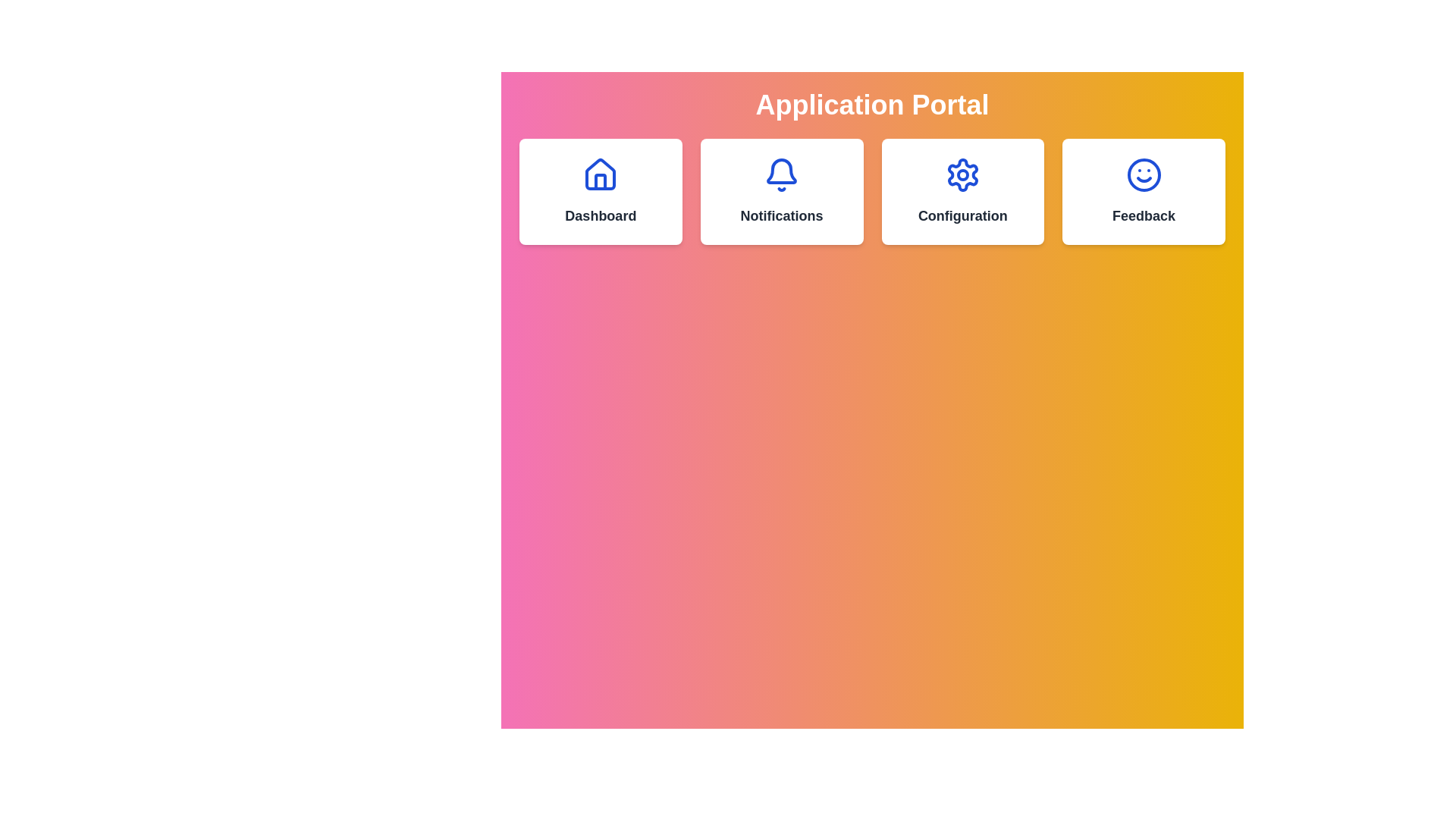  Describe the element at coordinates (962, 216) in the screenshot. I see `the 'Configuration' text label which is bold and large, styled in black, positioned below a gear icon in the third square card of a four-card layout` at that location.